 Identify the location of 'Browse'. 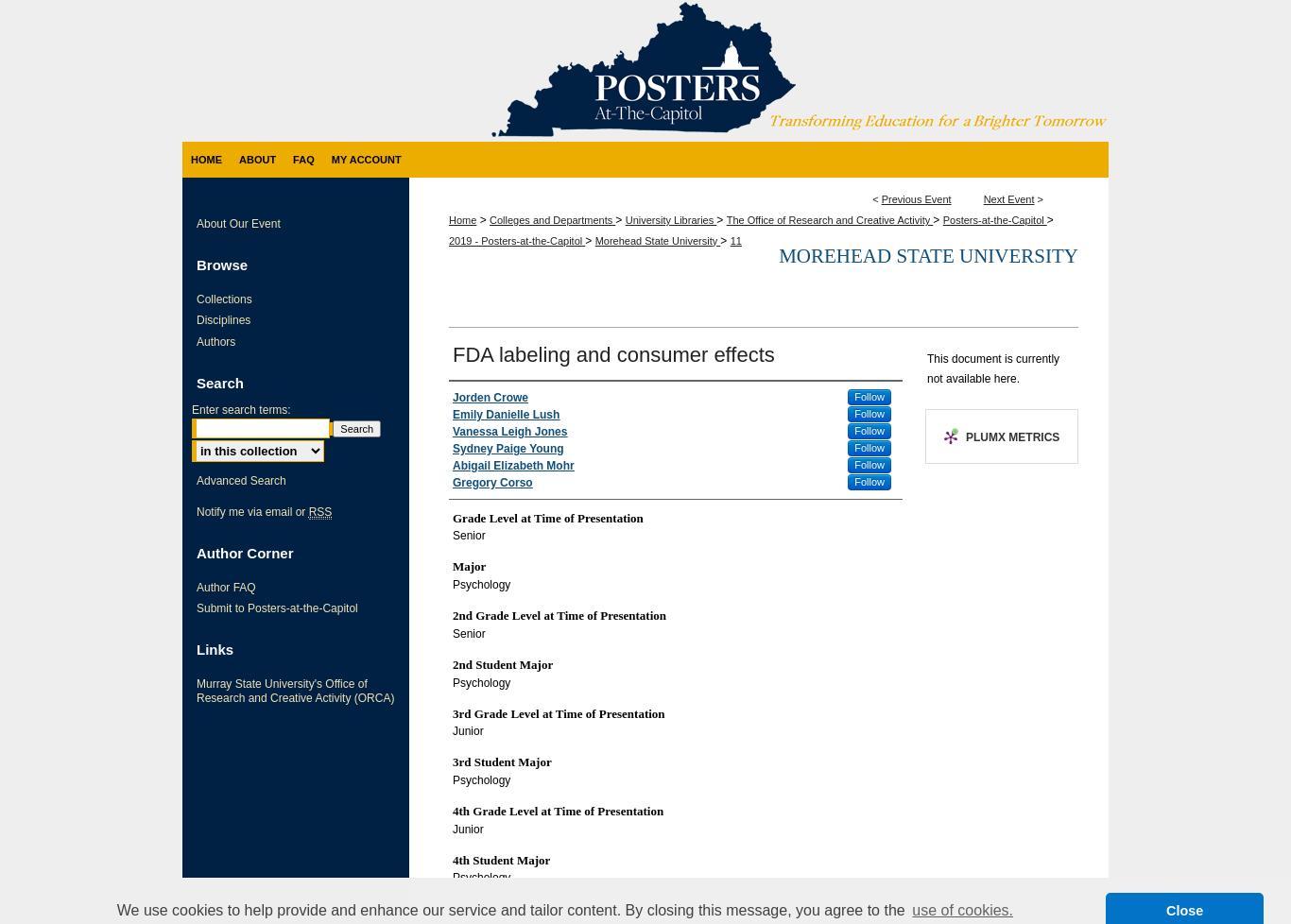
(221, 263).